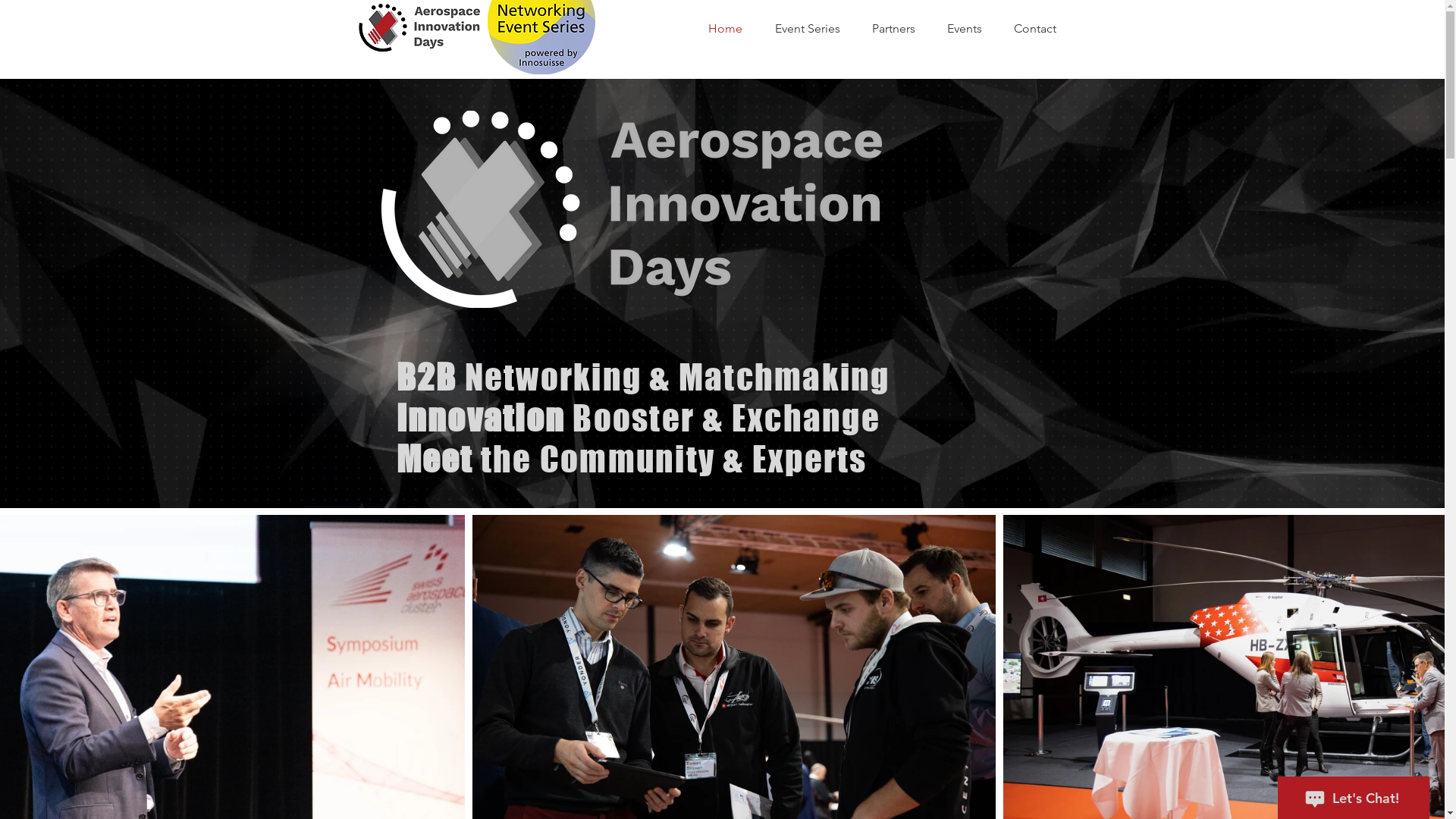 The image size is (1456, 819). I want to click on 'Original on Transparent.png', so click(630, 209).